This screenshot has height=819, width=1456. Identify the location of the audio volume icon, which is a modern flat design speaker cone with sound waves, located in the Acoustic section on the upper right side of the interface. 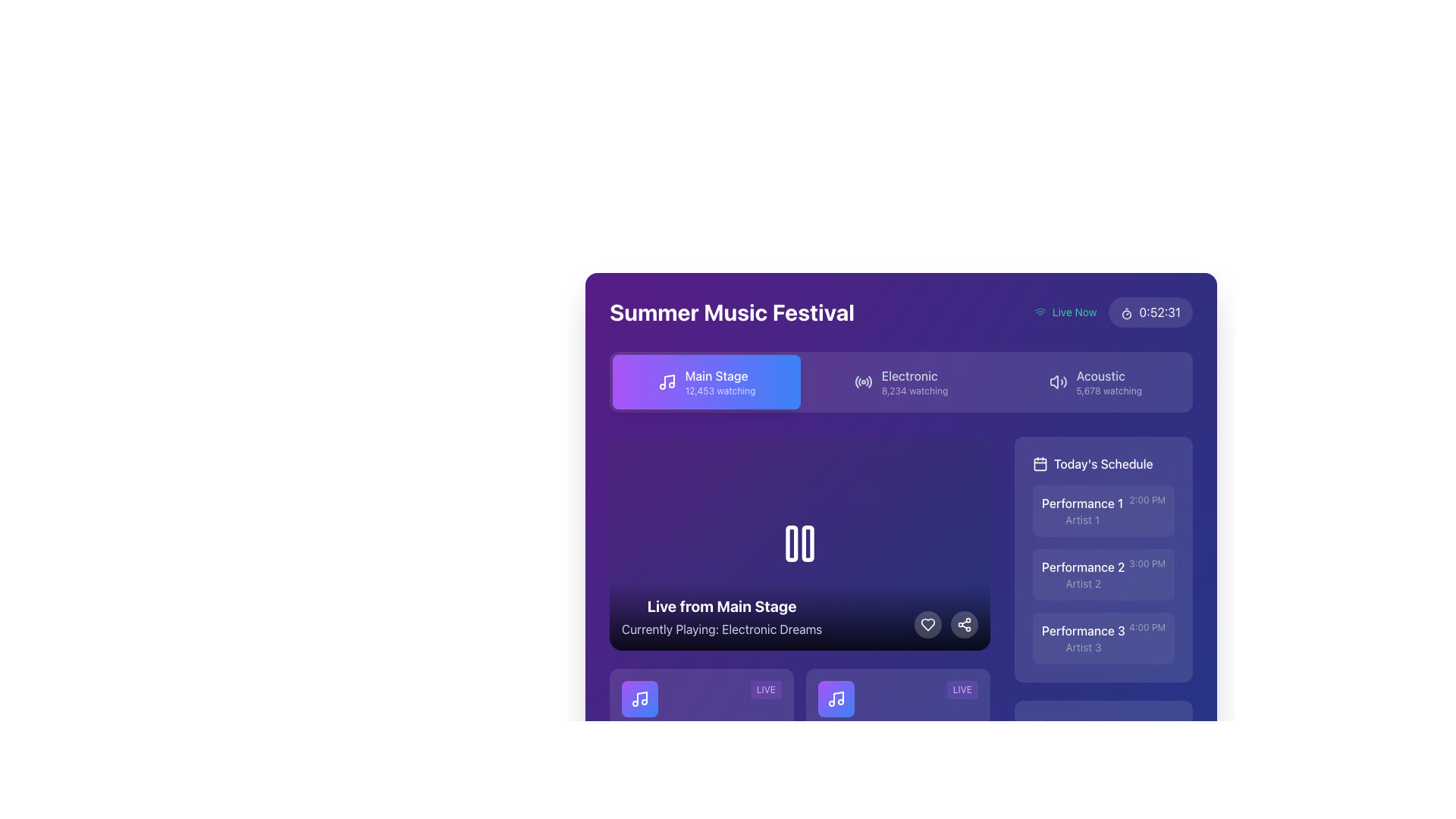
(1057, 381).